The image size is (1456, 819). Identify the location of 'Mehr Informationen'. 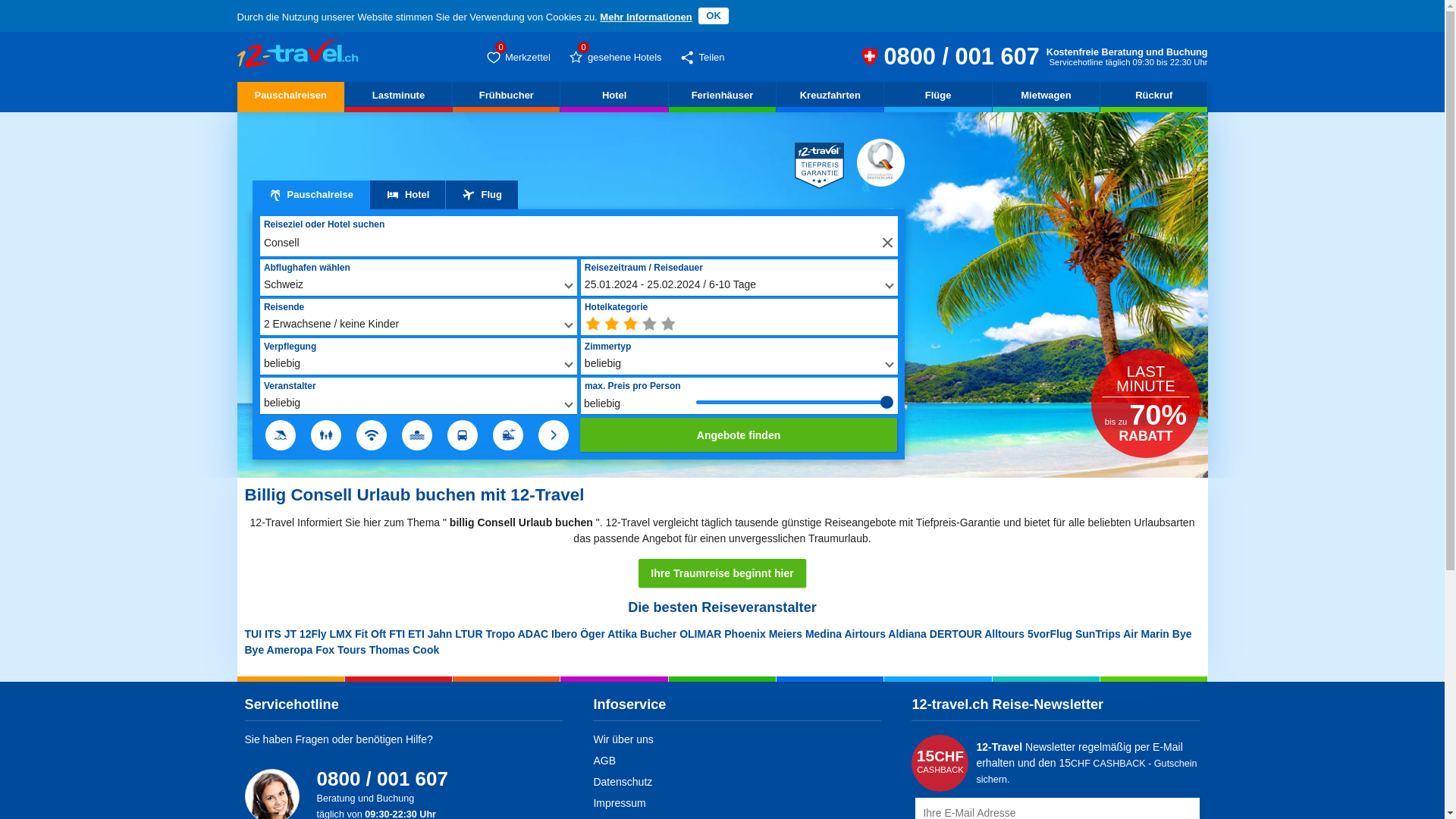
(645, 16).